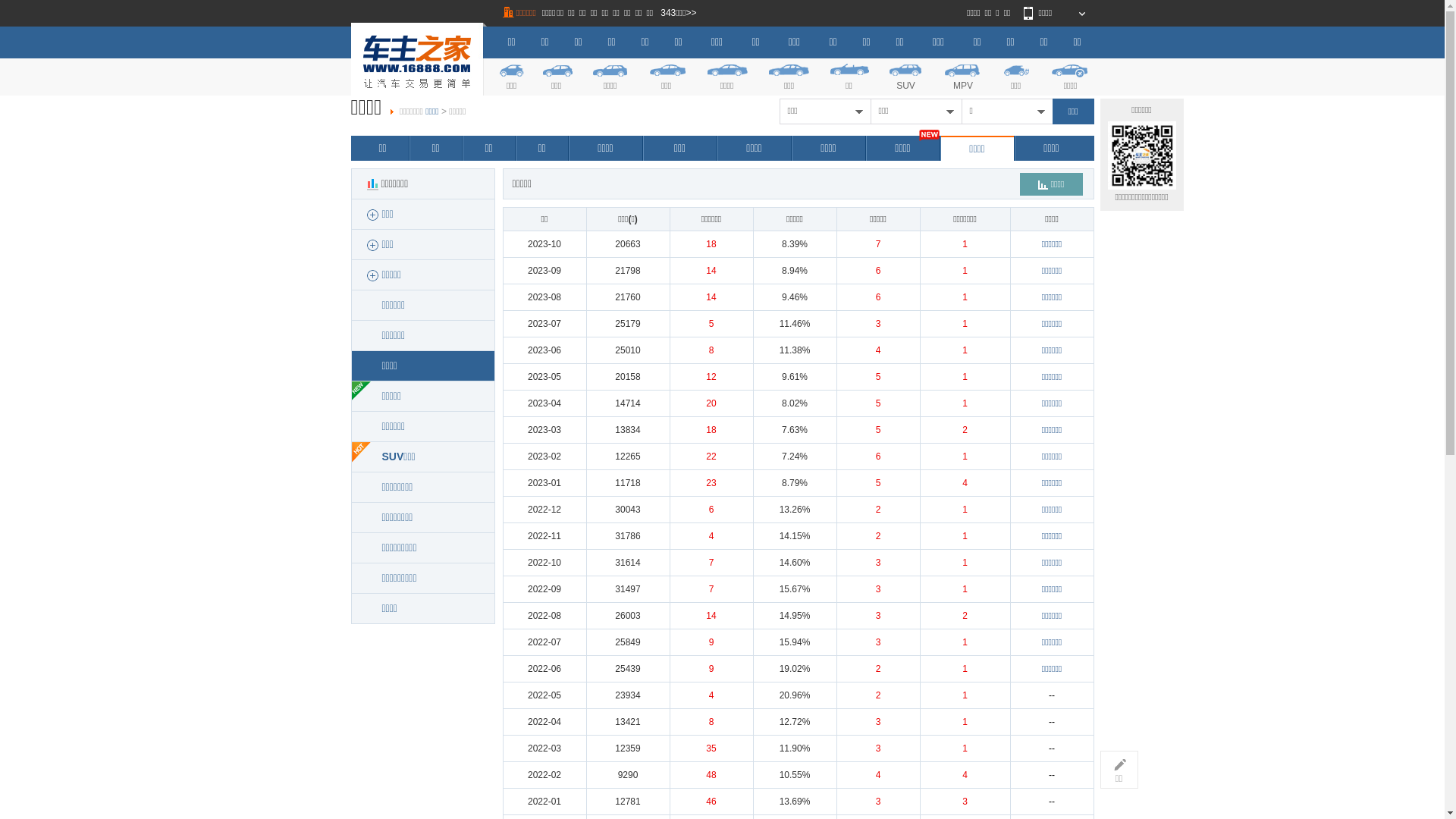 This screenshot has height=819, width=1456. I want to click on '23', so click(710, 482).